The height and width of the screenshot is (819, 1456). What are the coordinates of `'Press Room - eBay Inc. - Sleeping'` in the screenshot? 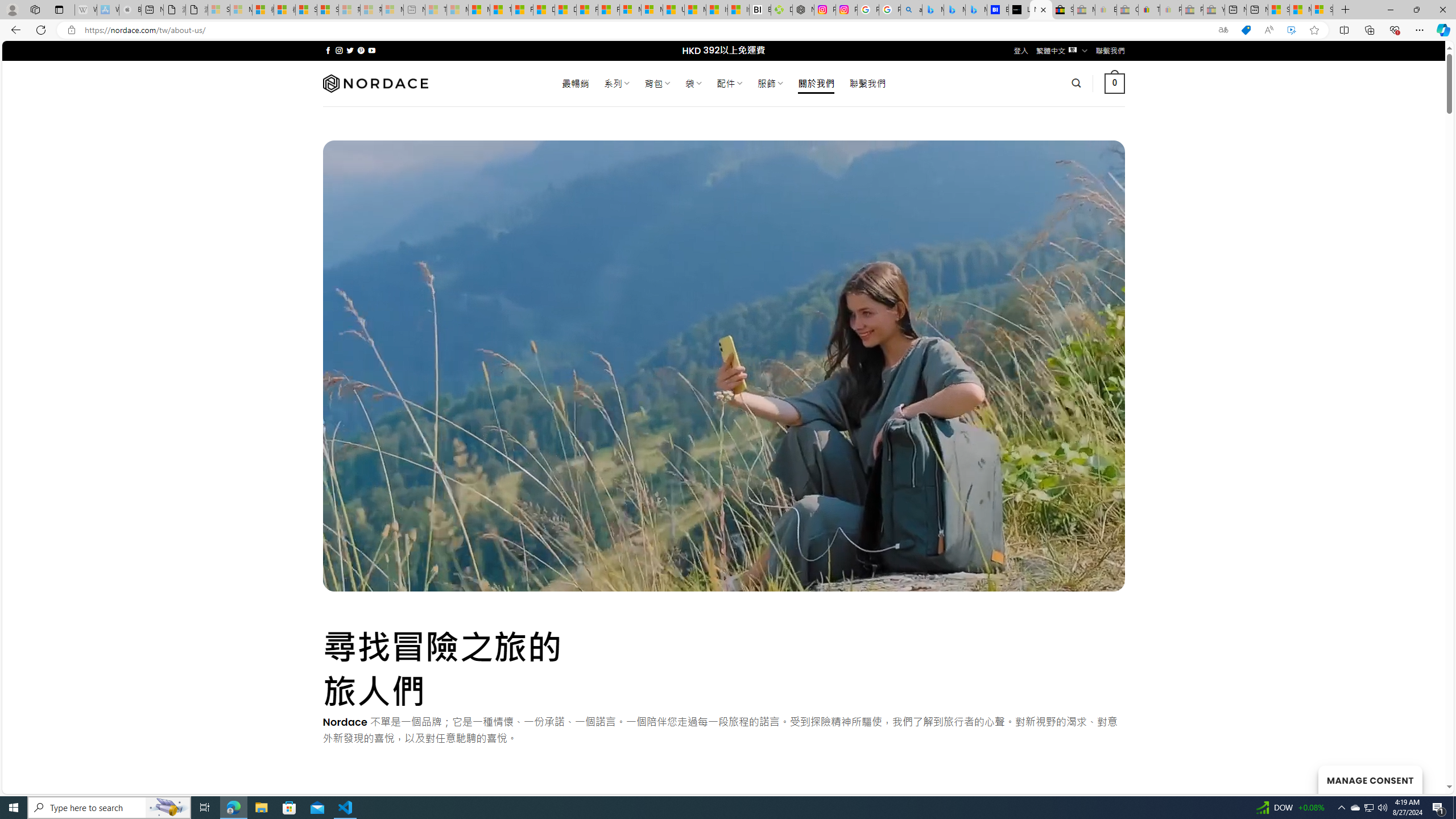 It's located at (1192, 9).